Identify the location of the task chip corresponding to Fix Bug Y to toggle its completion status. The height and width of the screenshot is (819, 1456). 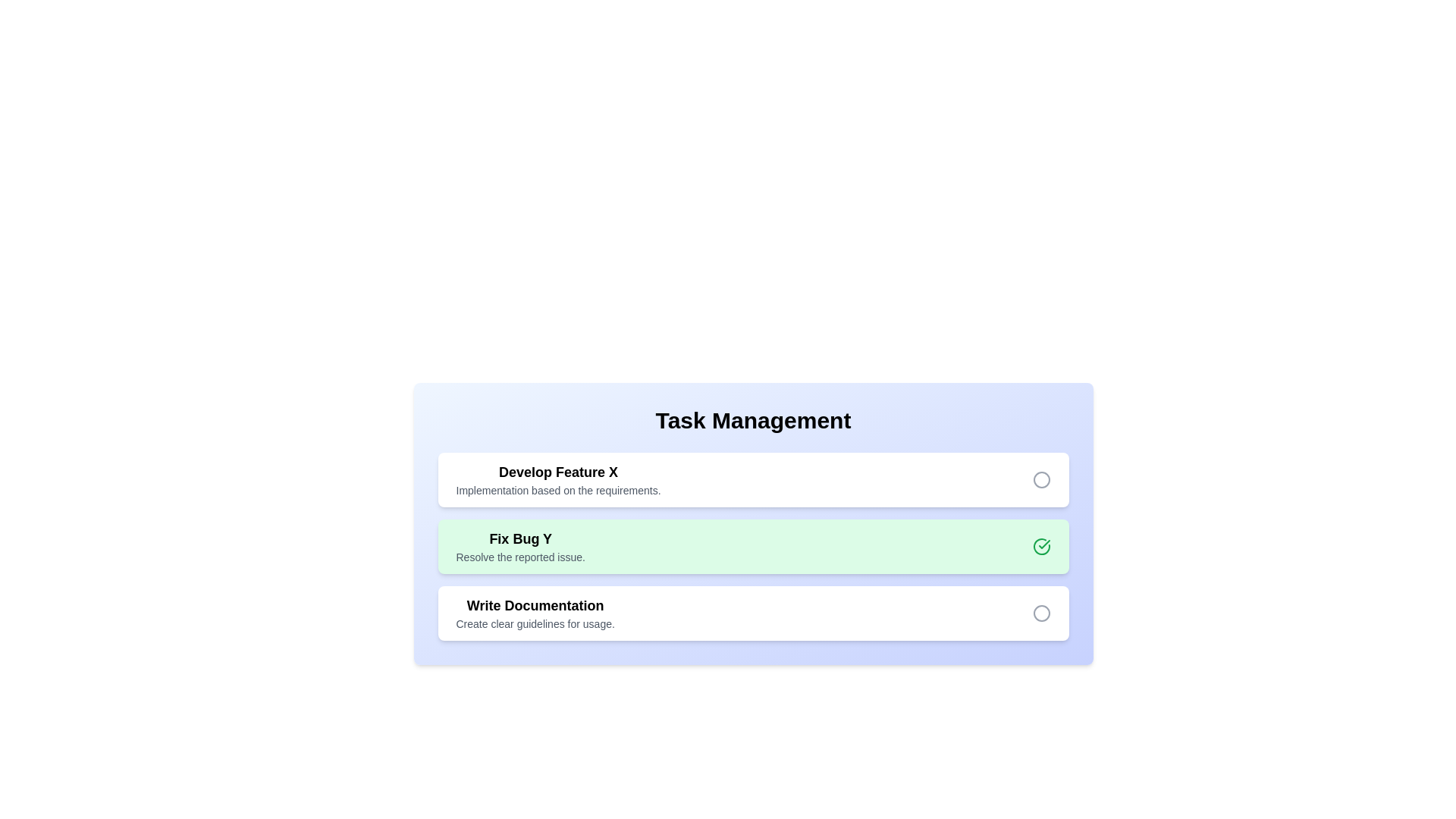
(520, 547).